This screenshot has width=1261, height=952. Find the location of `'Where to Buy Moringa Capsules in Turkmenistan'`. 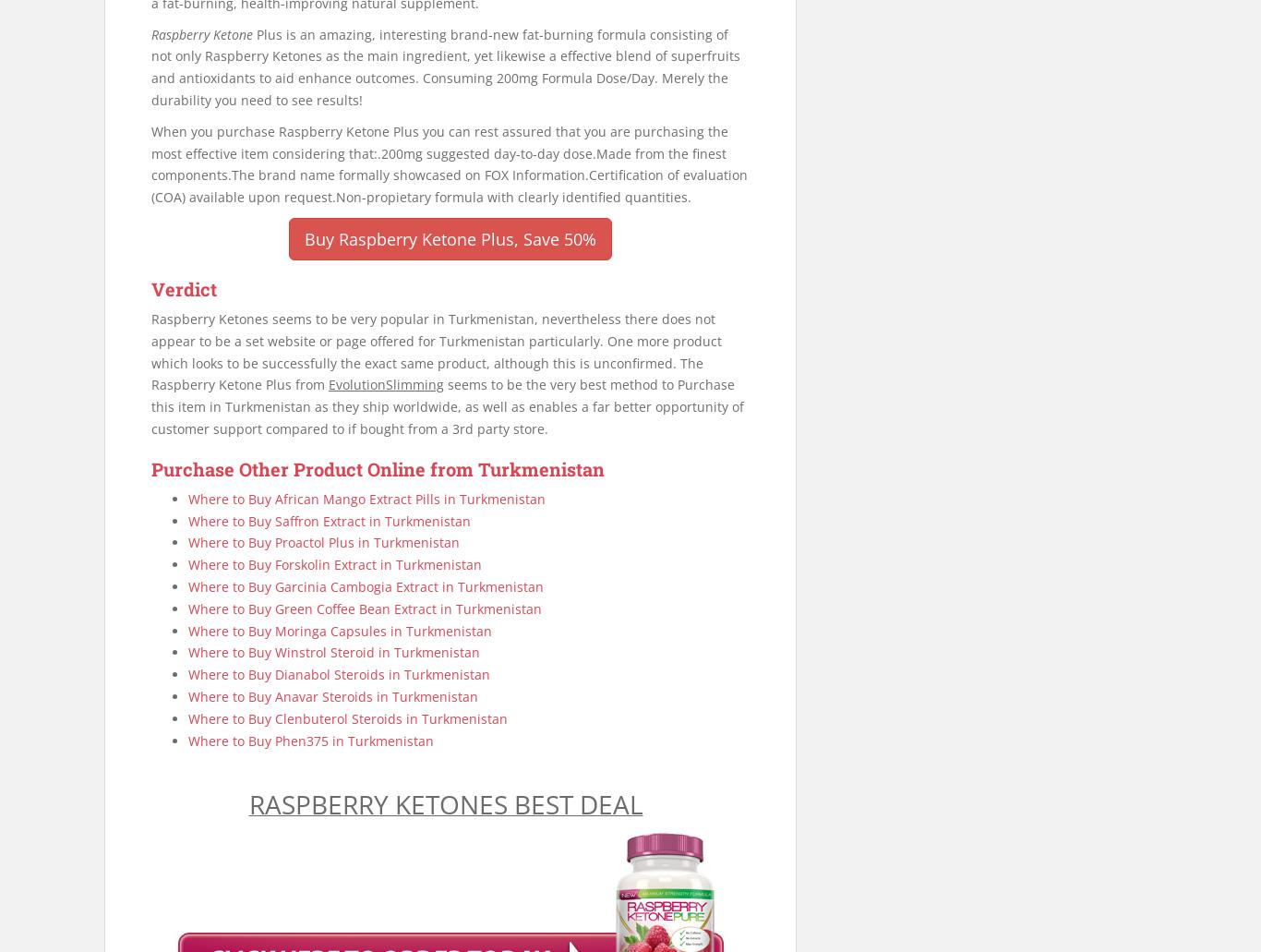

'Where to Buy Moringa Capsules in Turkmenistan' is located at coordinates (339, 630).